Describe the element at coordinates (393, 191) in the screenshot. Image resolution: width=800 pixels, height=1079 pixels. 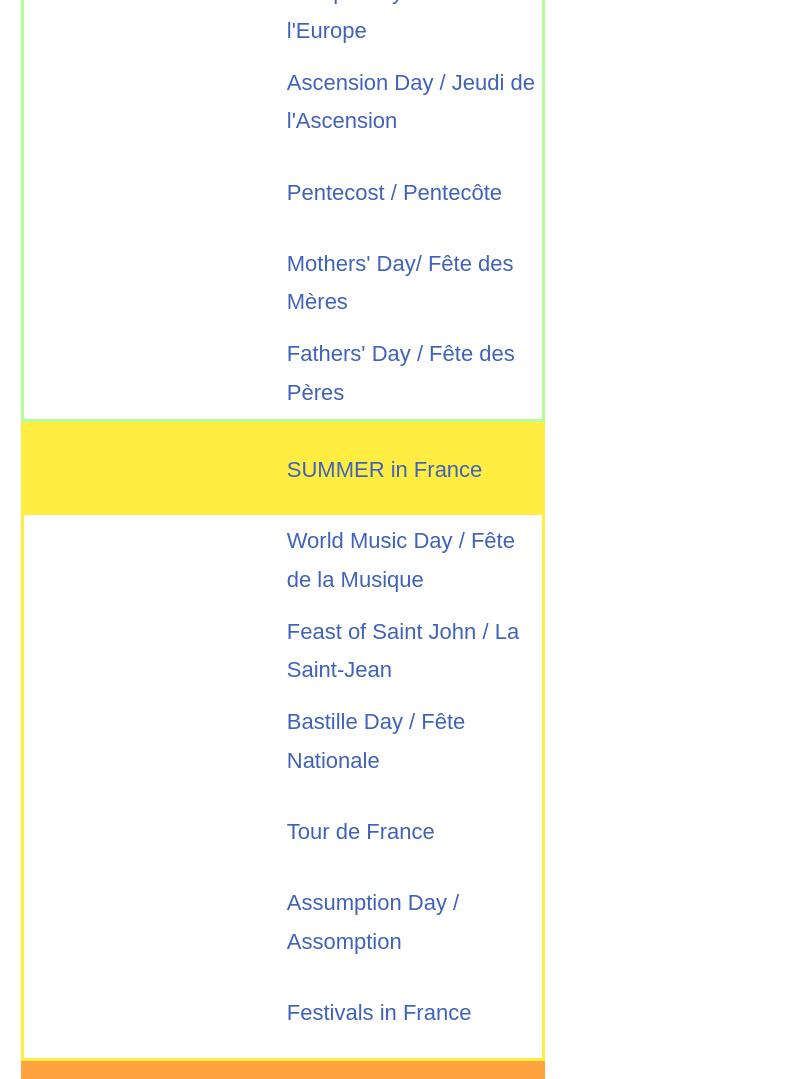
I see `'Pentecost / Pentecôte'` at that location.